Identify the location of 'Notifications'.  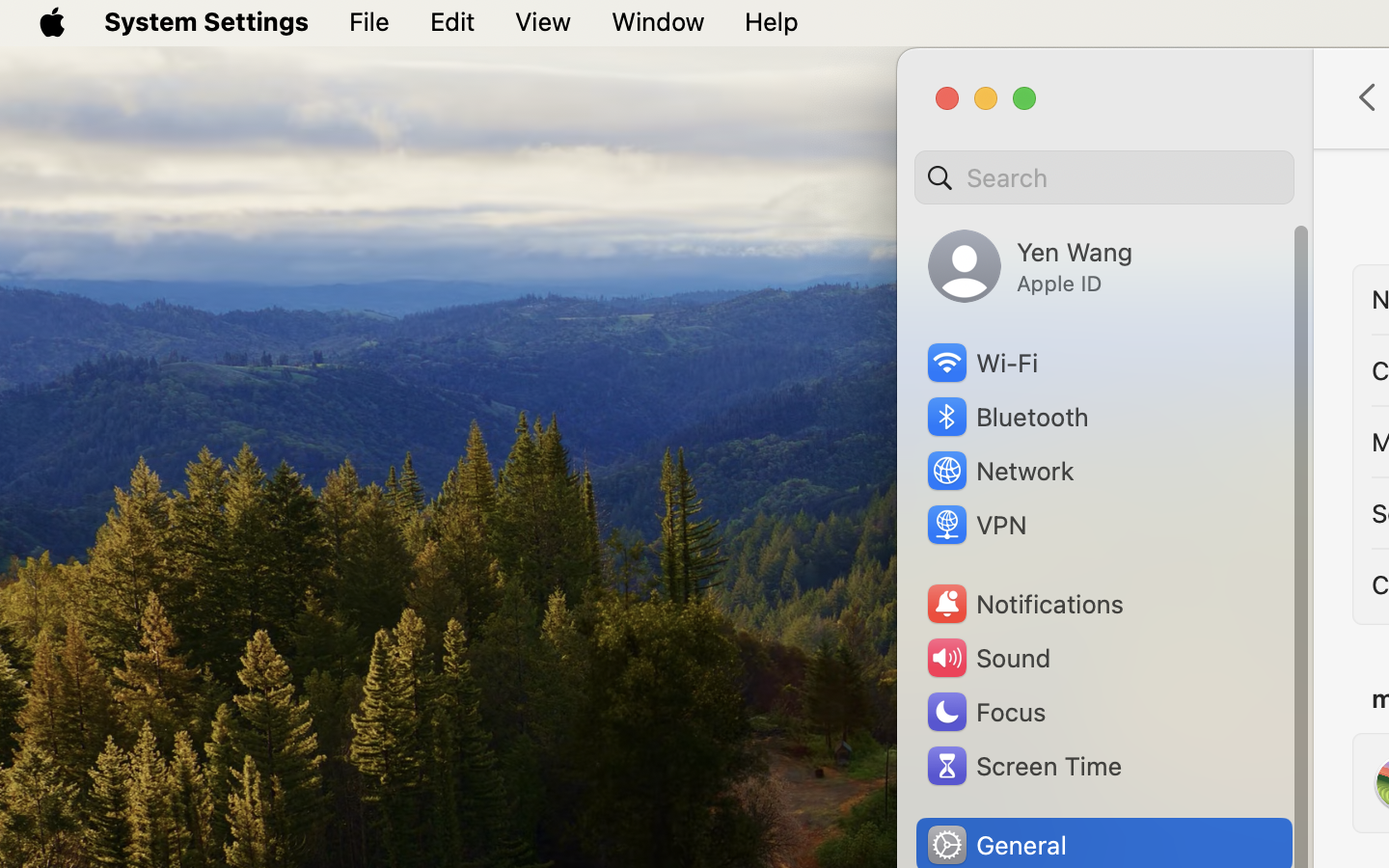
(1024, 604).